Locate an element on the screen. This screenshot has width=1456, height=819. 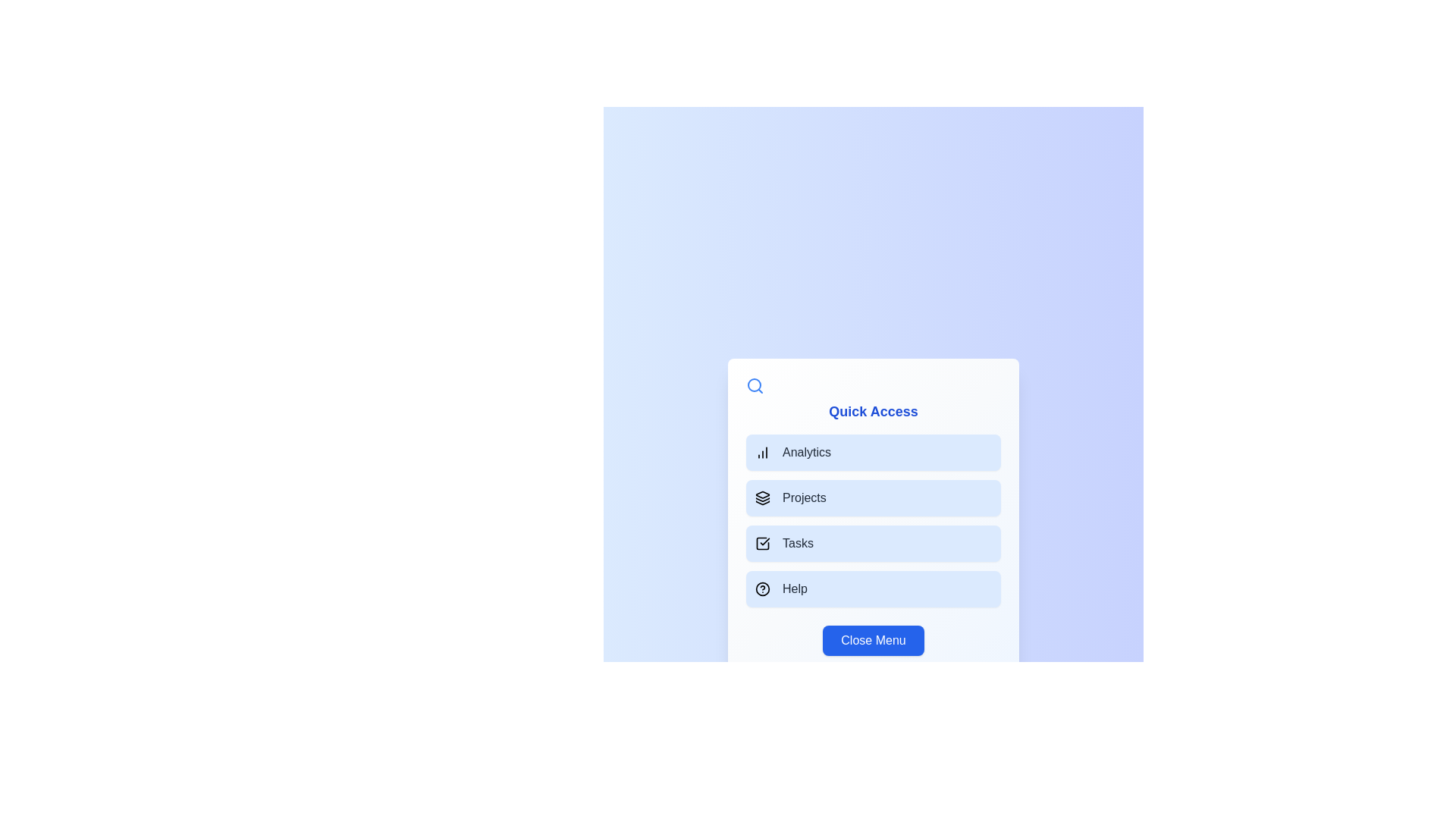
the menu option Analytics is located at coordinates (874, 452).